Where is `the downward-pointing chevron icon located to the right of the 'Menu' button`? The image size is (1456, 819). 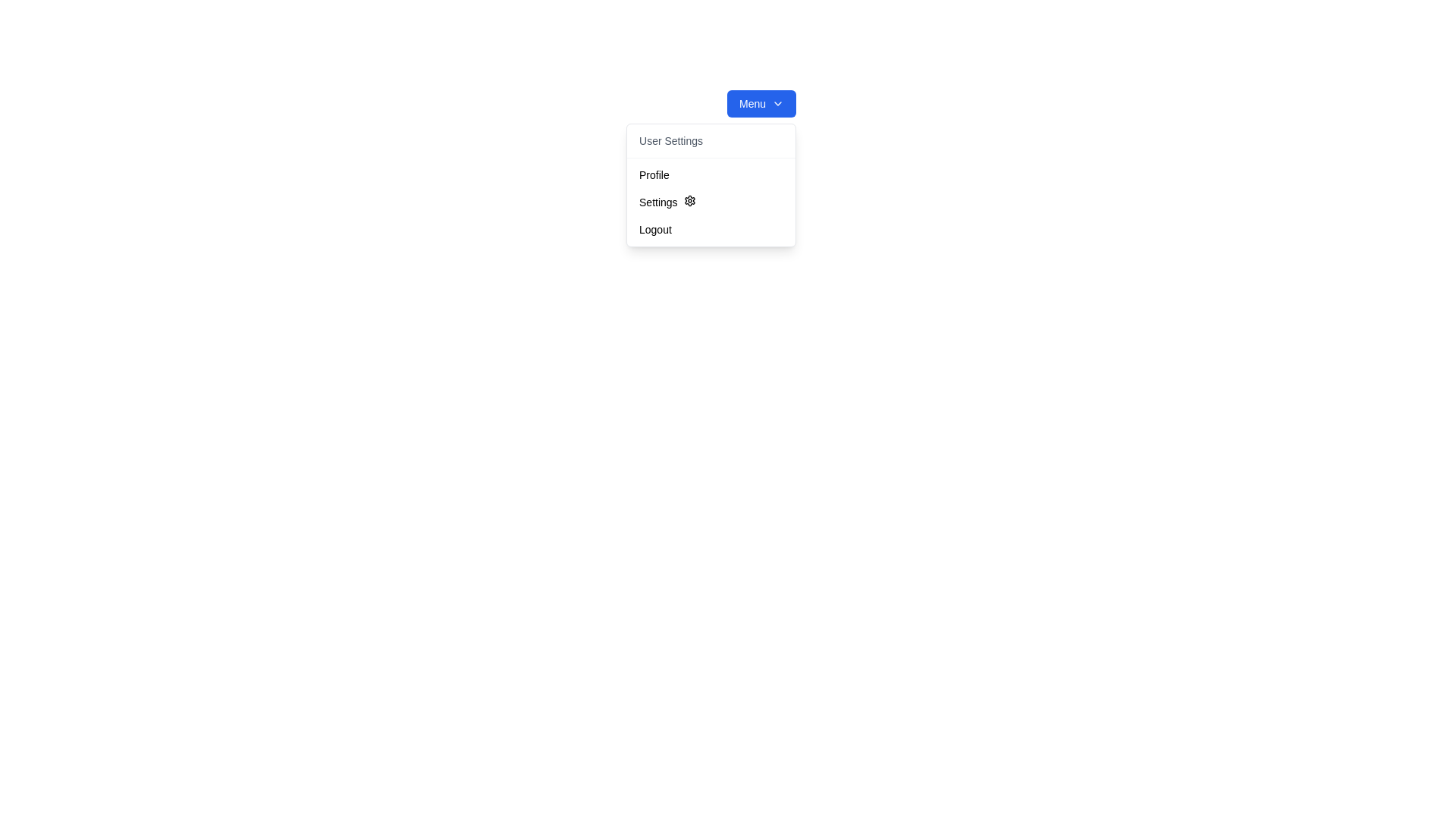
the downward-pointing chevron icon located to the right of the 'Menu' button is located at coordinates (778, 103).